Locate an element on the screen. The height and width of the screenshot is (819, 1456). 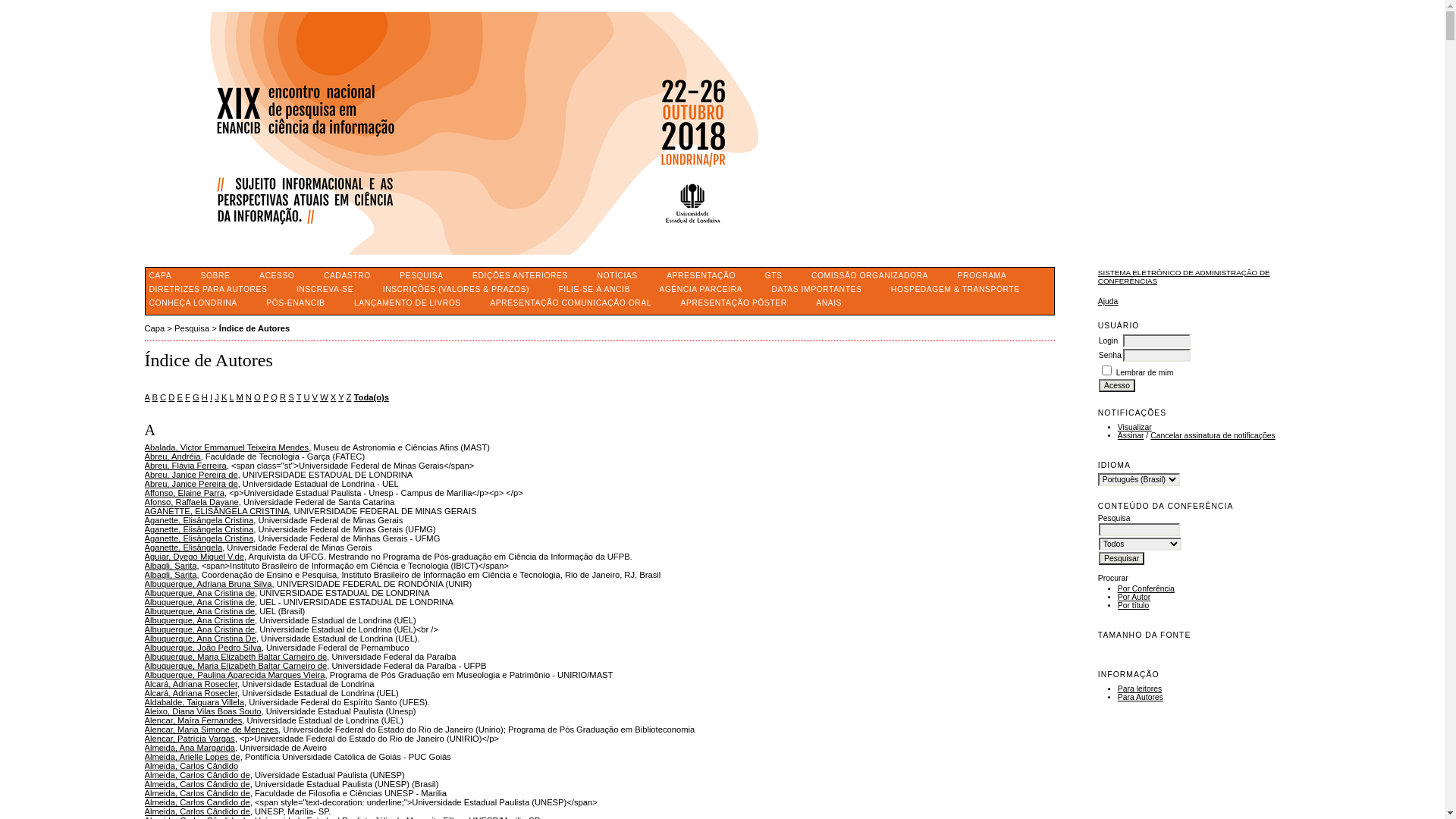
'DIRETRIZES PARA AUTORES' is located at coordinates (207, 289).